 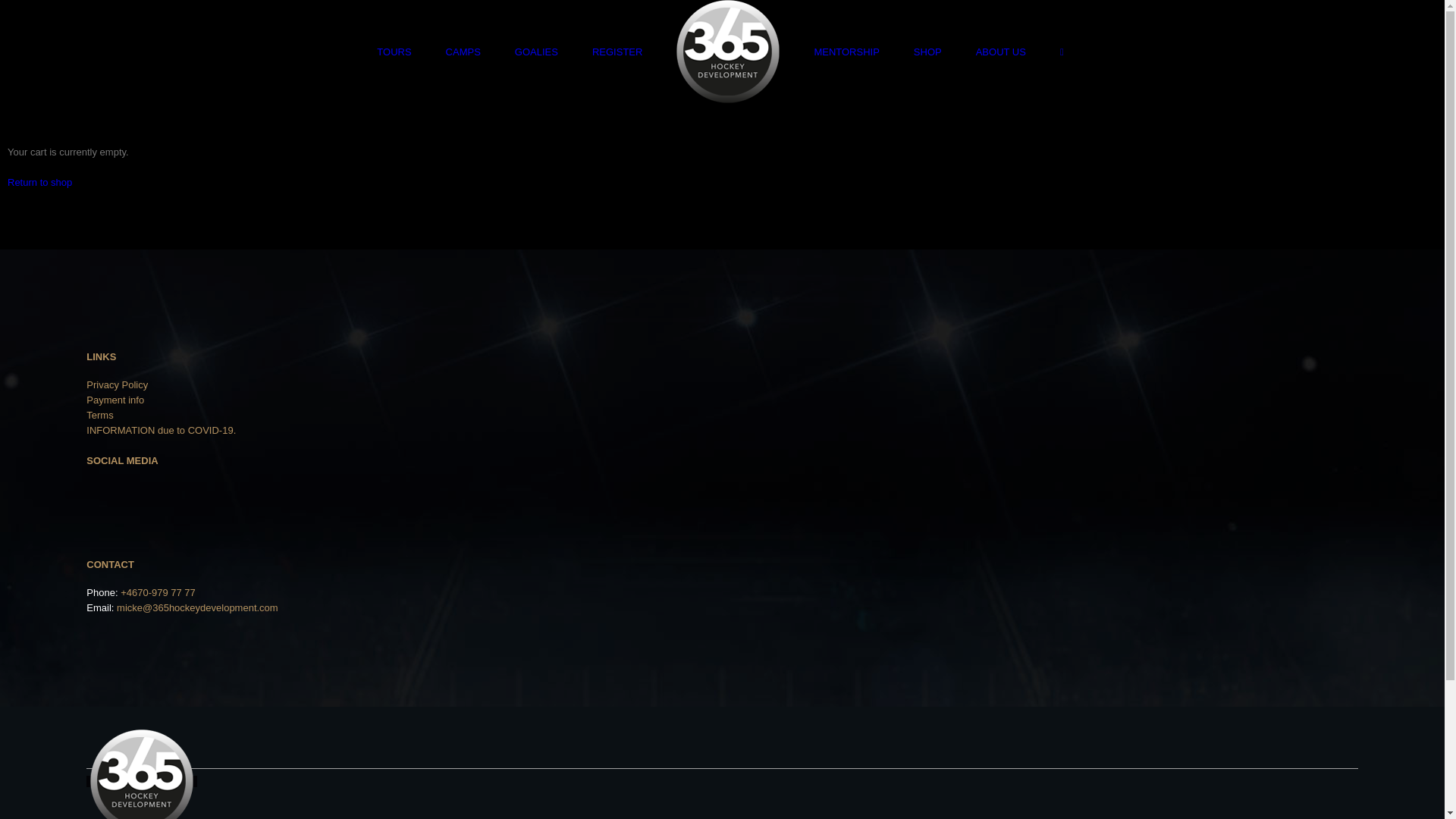 What do you see at coordinates (86, 430) in the screenshot?
I see `'INFORMATION due to COVID-19.'` at bounding box center [86, 430].